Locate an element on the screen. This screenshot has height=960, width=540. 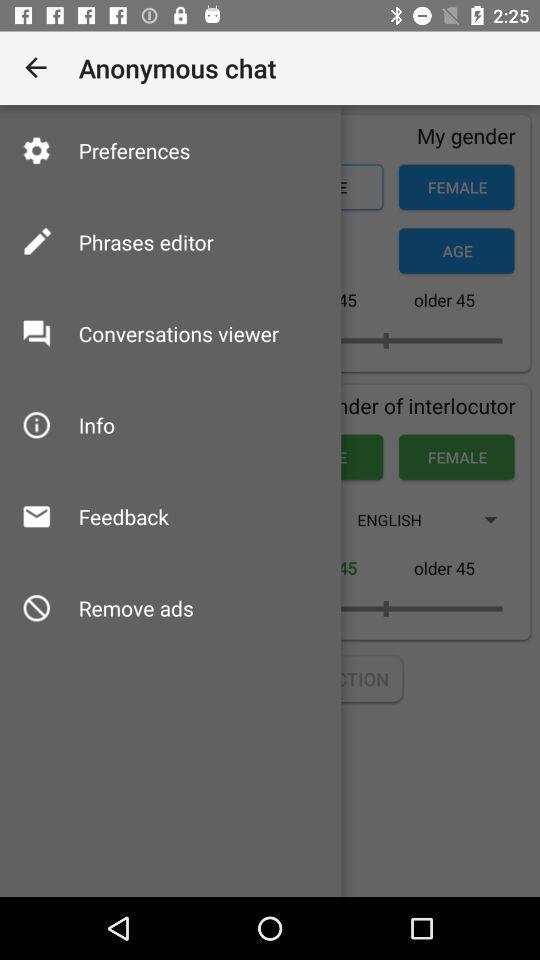
icon above phrases editor item is located at coordinates (134, 149).